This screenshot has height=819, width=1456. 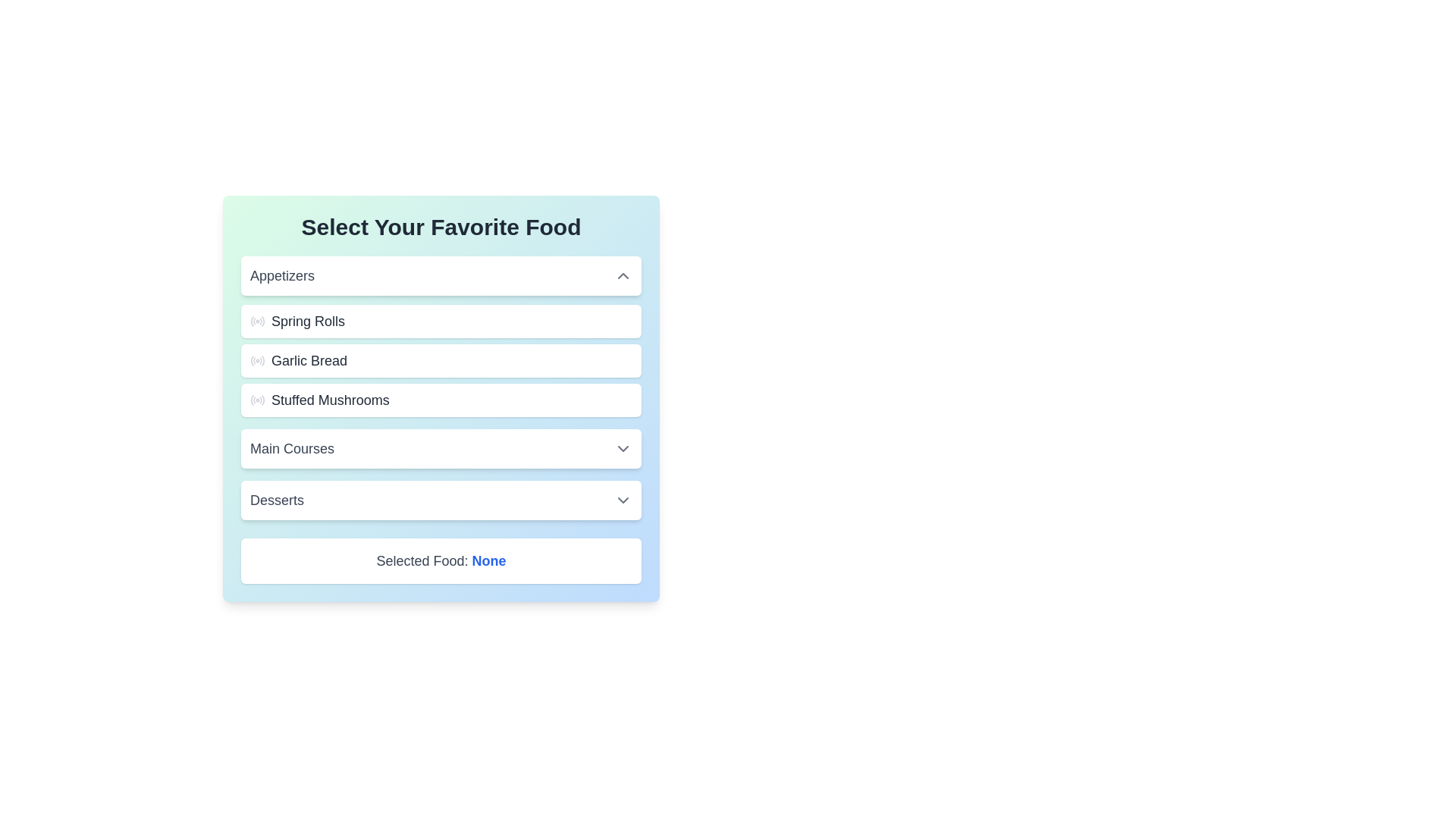 What do you see at coordinates (440, 227) in the screenshot?
I see `the header text element displaying 'Select Your Favorite Food', which is prominently placed at the top center of the card-like section` at bounding box center [440, 227].